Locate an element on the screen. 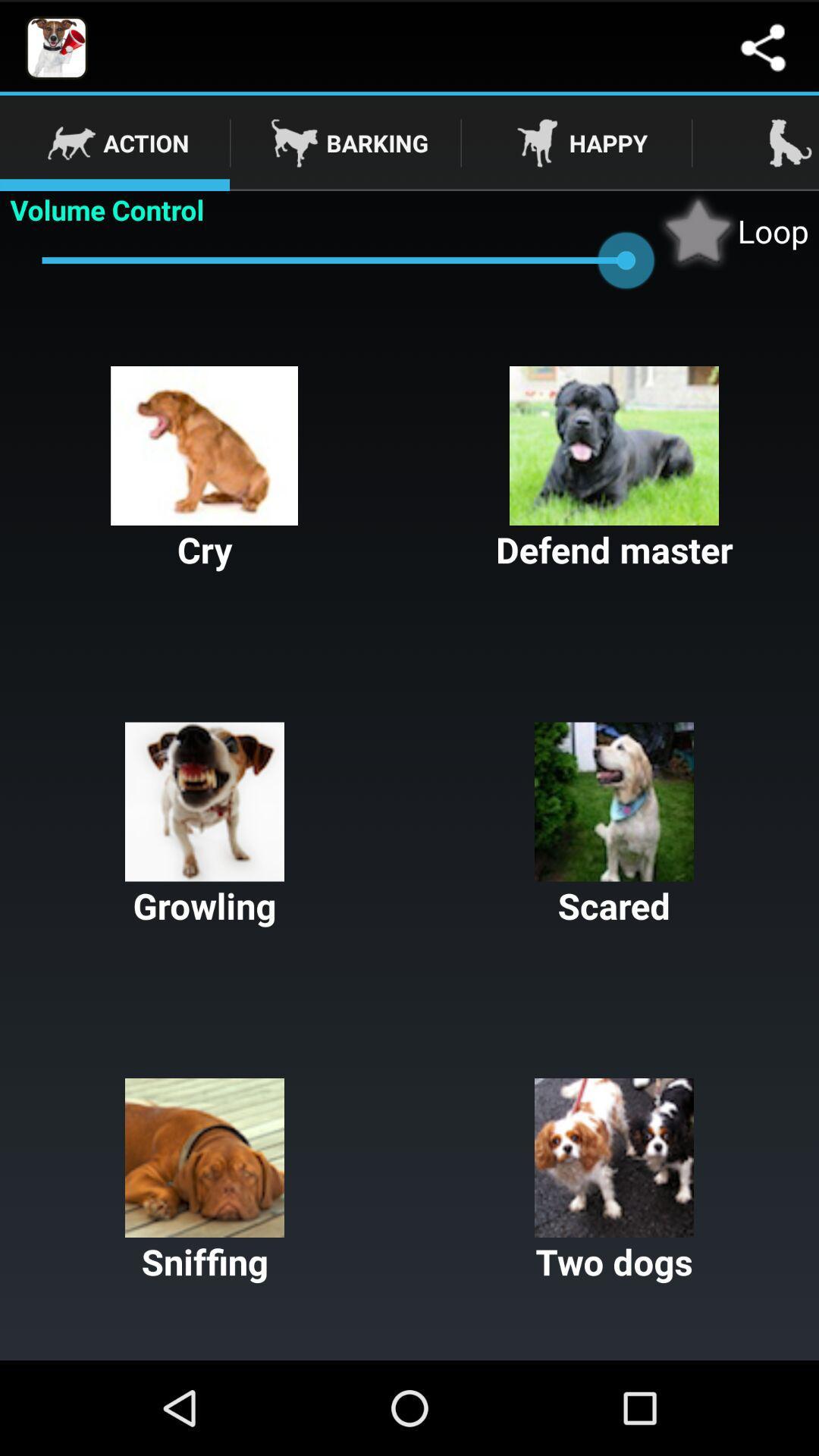  the icon above the growling button is located at coordinates (614, 469).